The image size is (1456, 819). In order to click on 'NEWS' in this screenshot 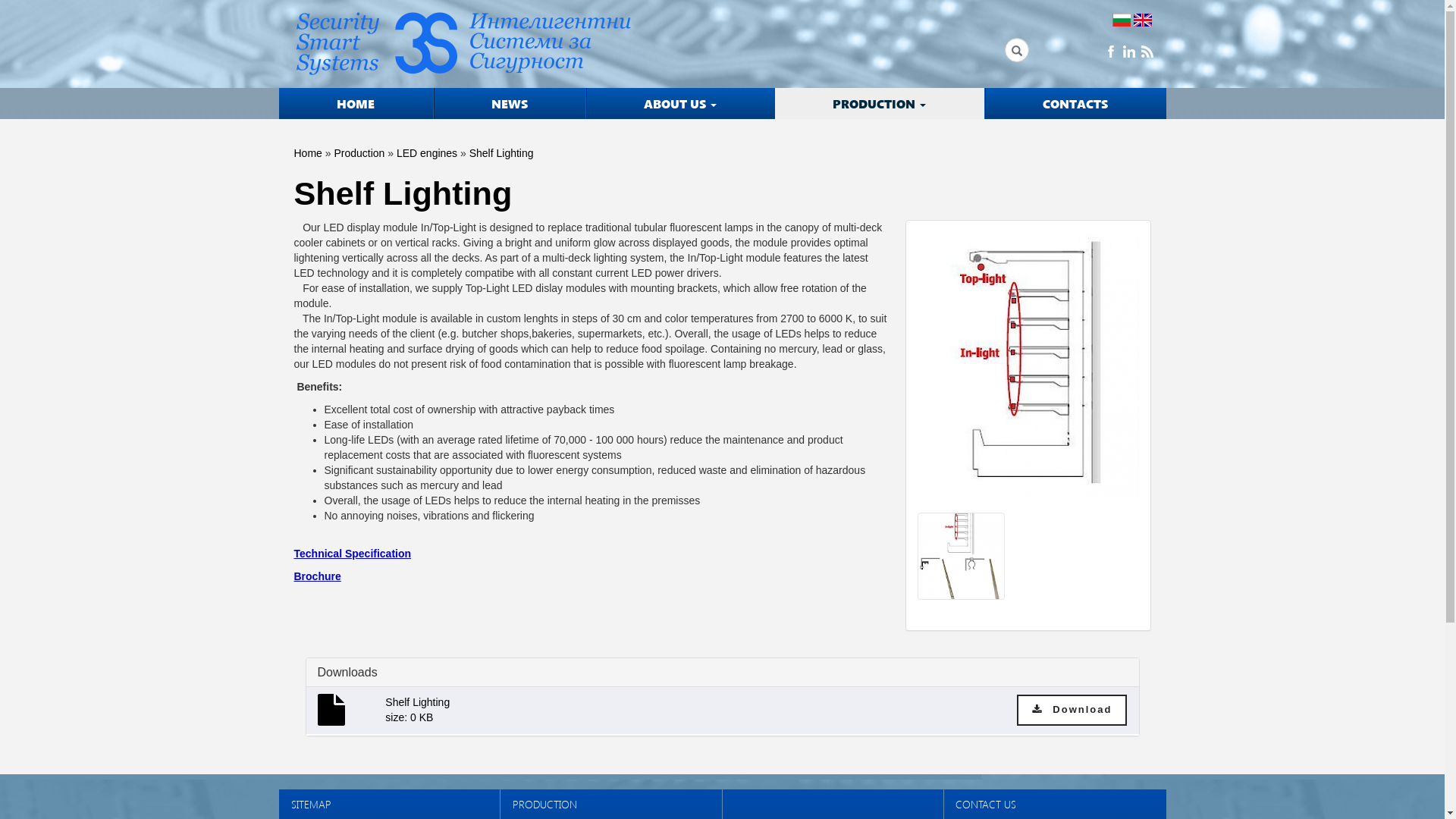, I will do `click(509, 102)`.